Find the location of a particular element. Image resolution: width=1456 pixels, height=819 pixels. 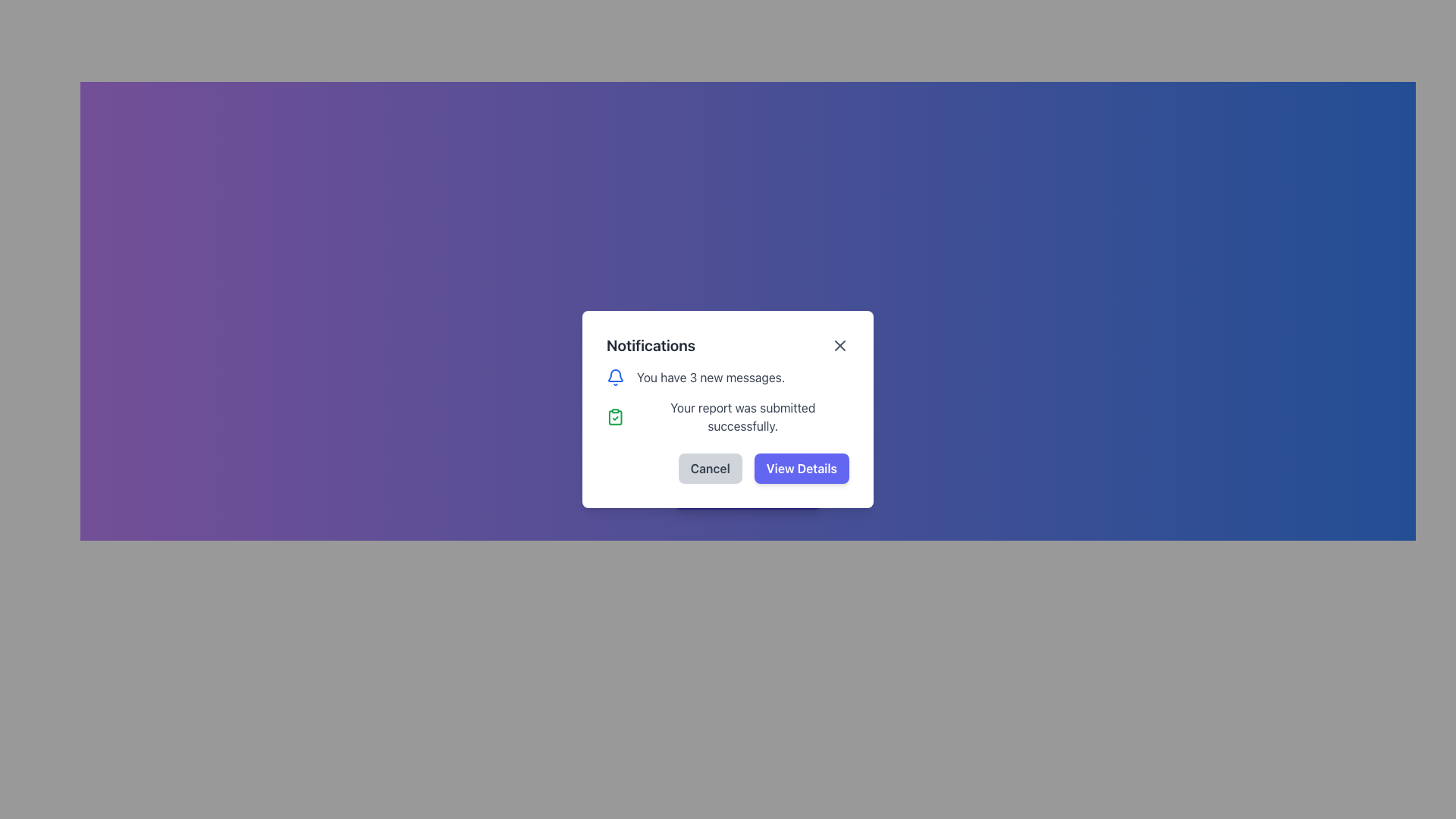

the decorative icon that indicates the successful submission of a report, which is located to the left of the text 'Your report was submitted successfully.' in a notification card within a modal dialog box is located at coordinates (615, 417).